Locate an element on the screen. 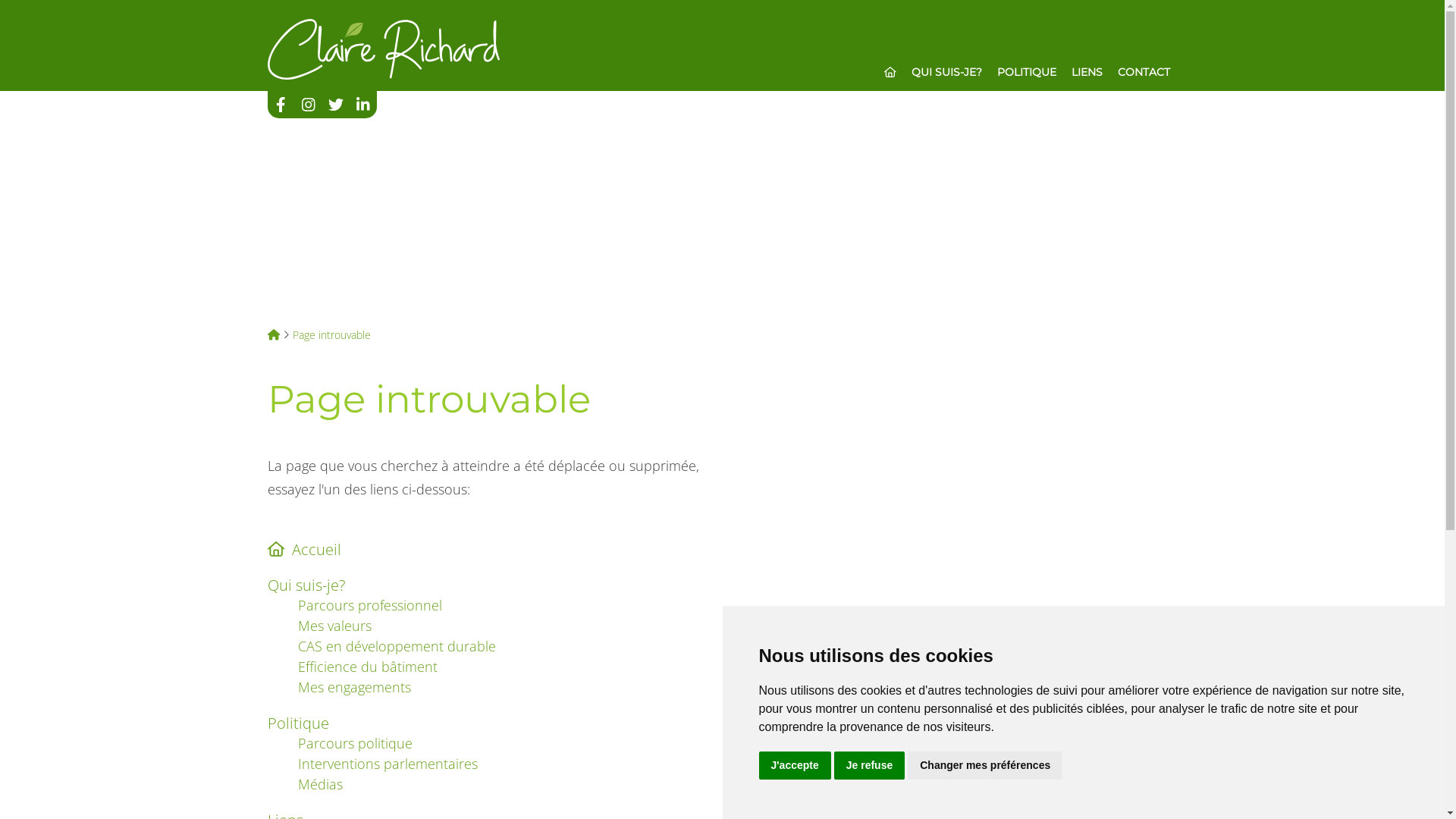  'POLITIQUE' is located at coordinates (1026, 72).